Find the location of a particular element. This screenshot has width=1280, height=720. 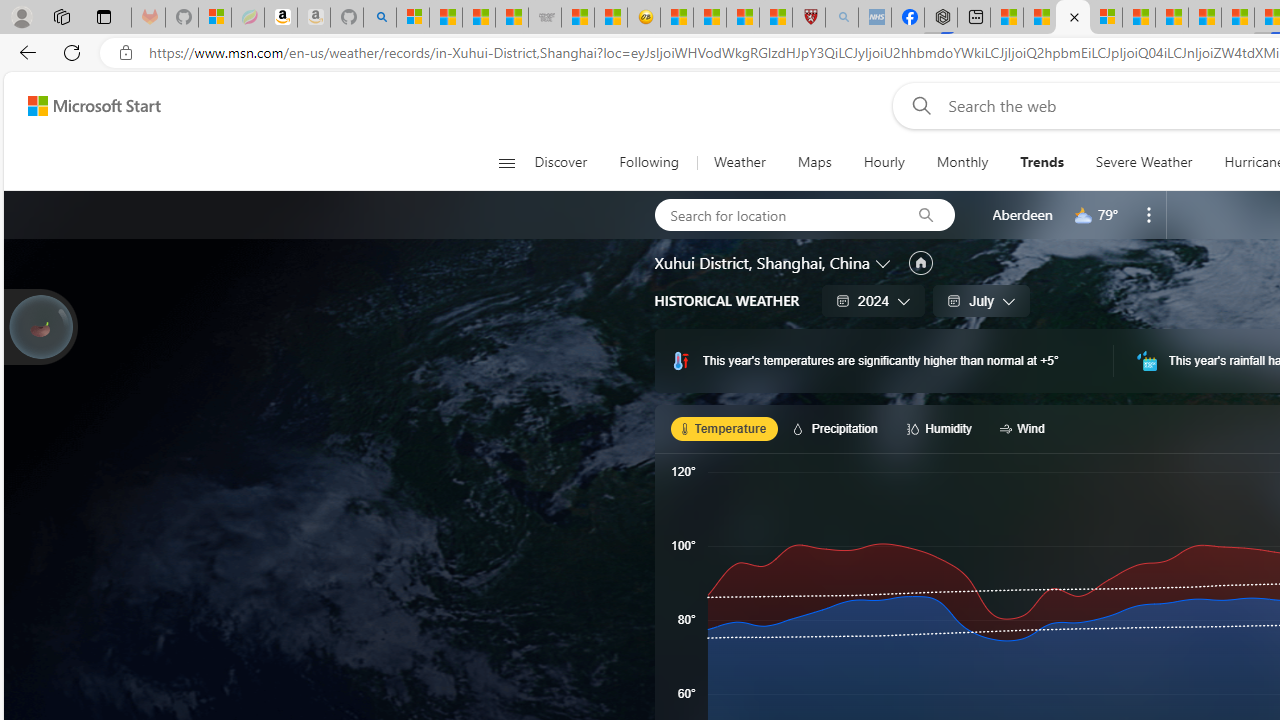

'Set as primary location' is located at coordinates (919, 262).